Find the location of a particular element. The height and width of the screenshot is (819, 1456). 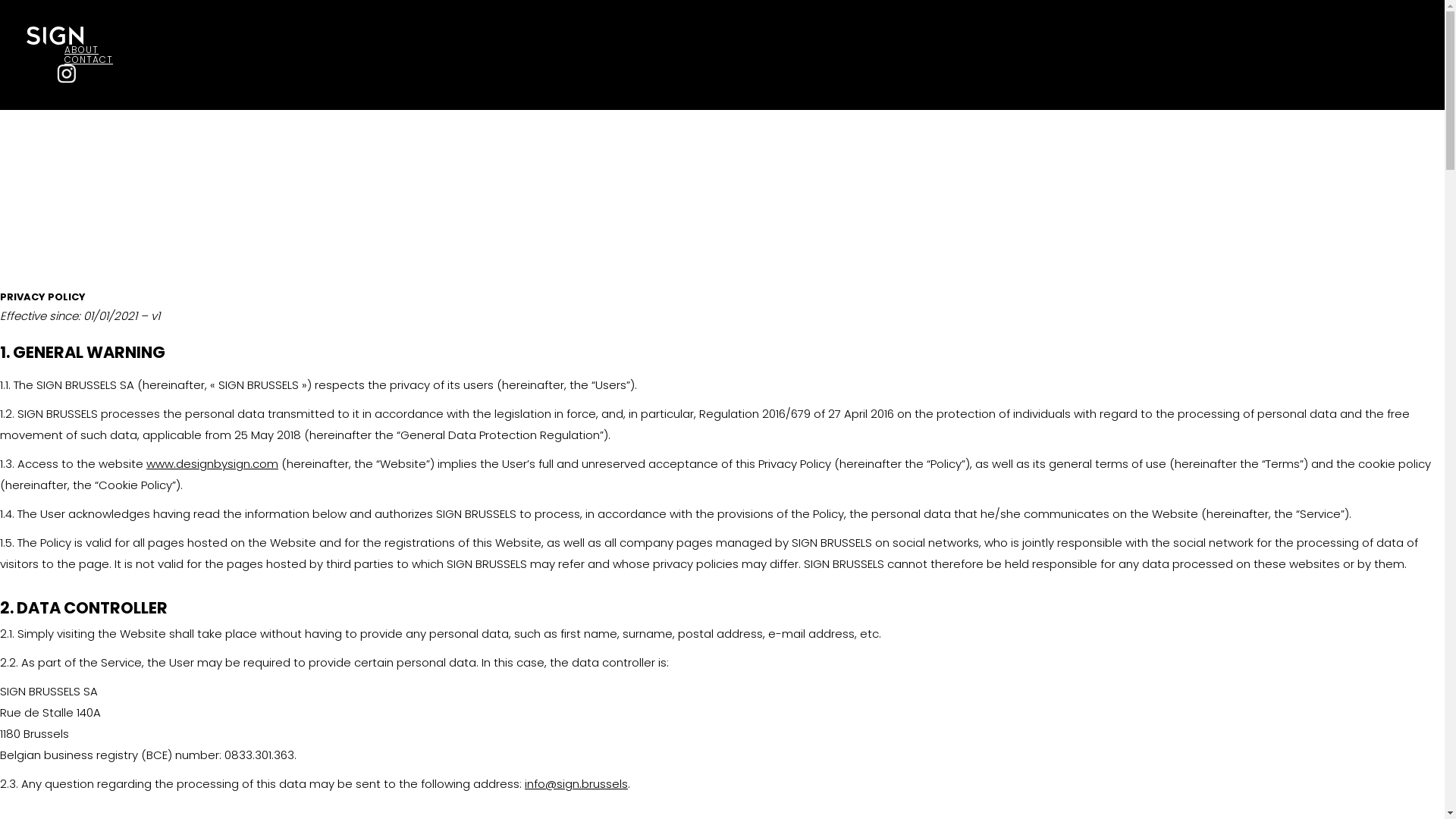

'CONTACT' is located at coordinates (87, 58).